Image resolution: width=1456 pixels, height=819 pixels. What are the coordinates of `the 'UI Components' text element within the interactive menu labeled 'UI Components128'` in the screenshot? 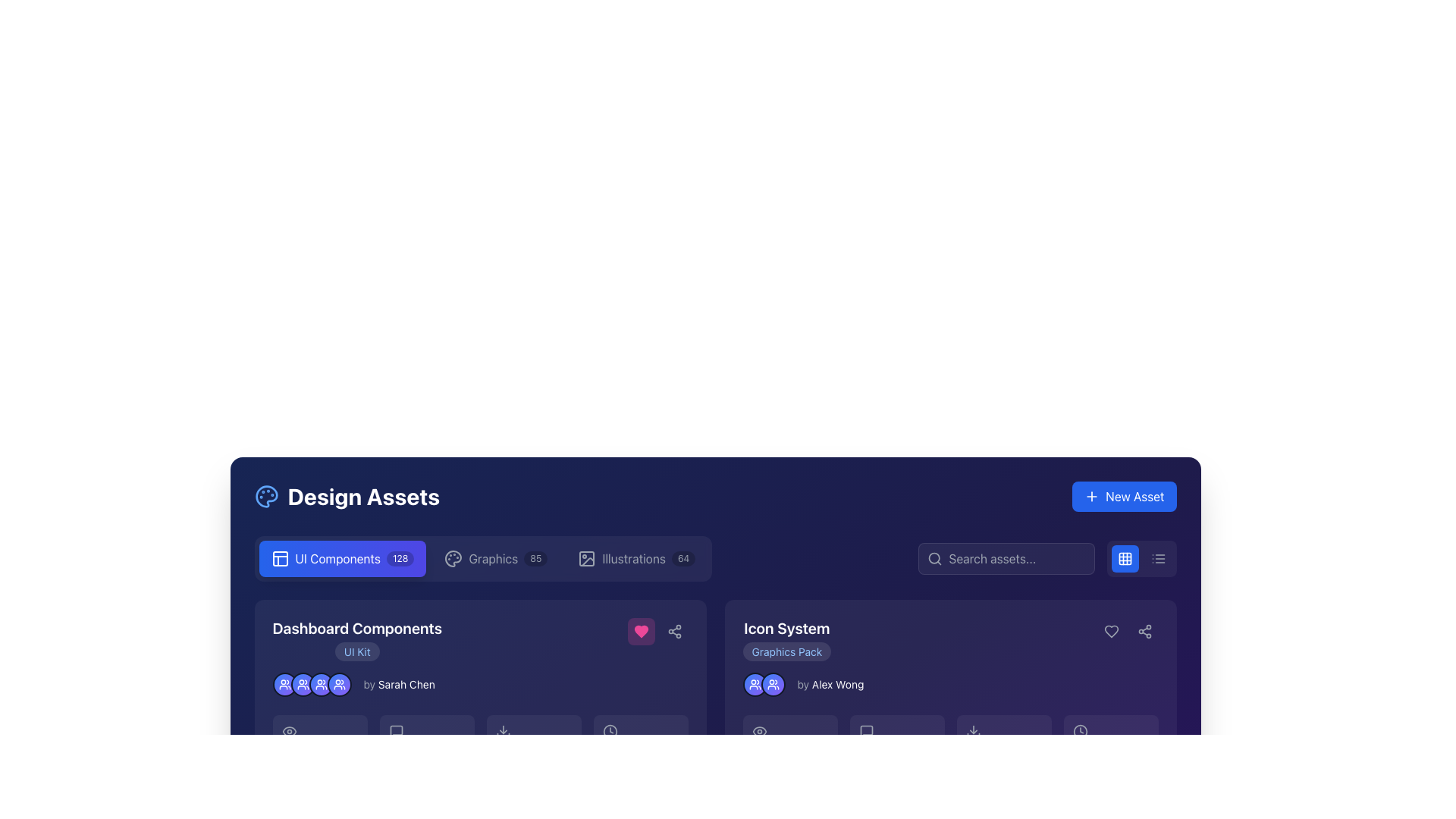 It's located at (337, 558).